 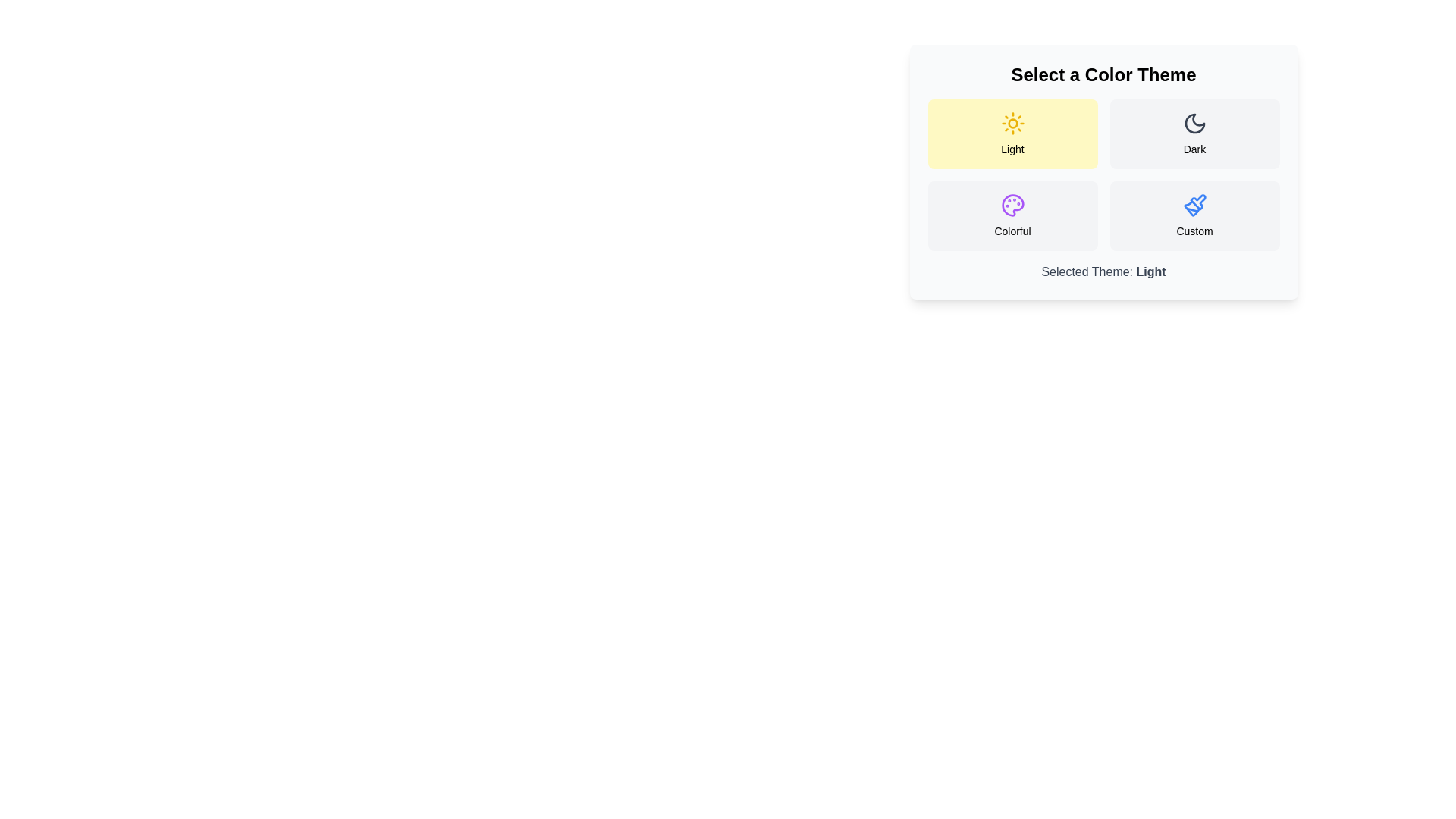 I want to click on the 'Select a Color Theme' text by double-clicking on it, so click(x=1103, y=75).